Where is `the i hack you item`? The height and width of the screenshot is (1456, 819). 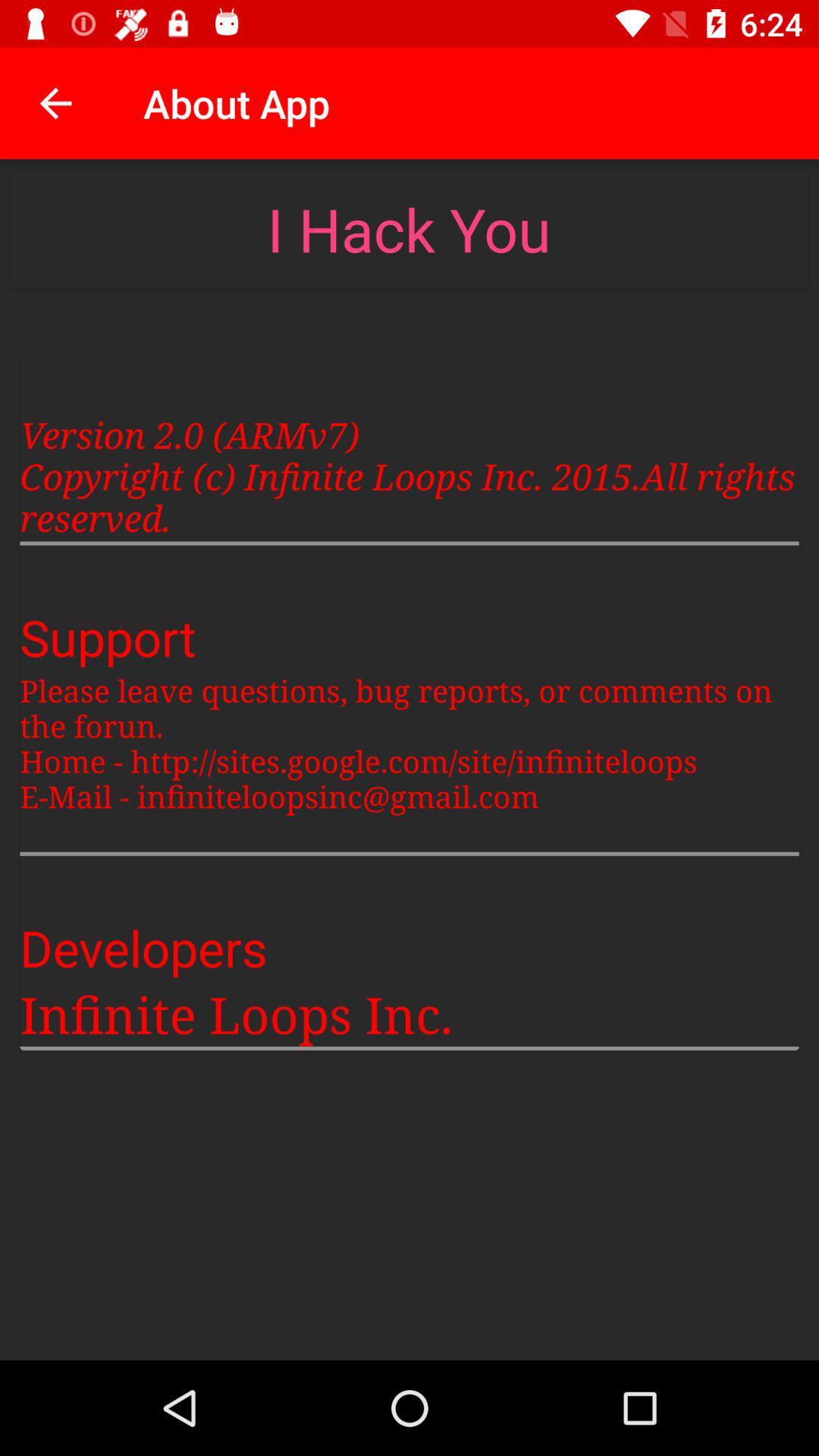 the i hack you item is located at coordinates (408, 228).